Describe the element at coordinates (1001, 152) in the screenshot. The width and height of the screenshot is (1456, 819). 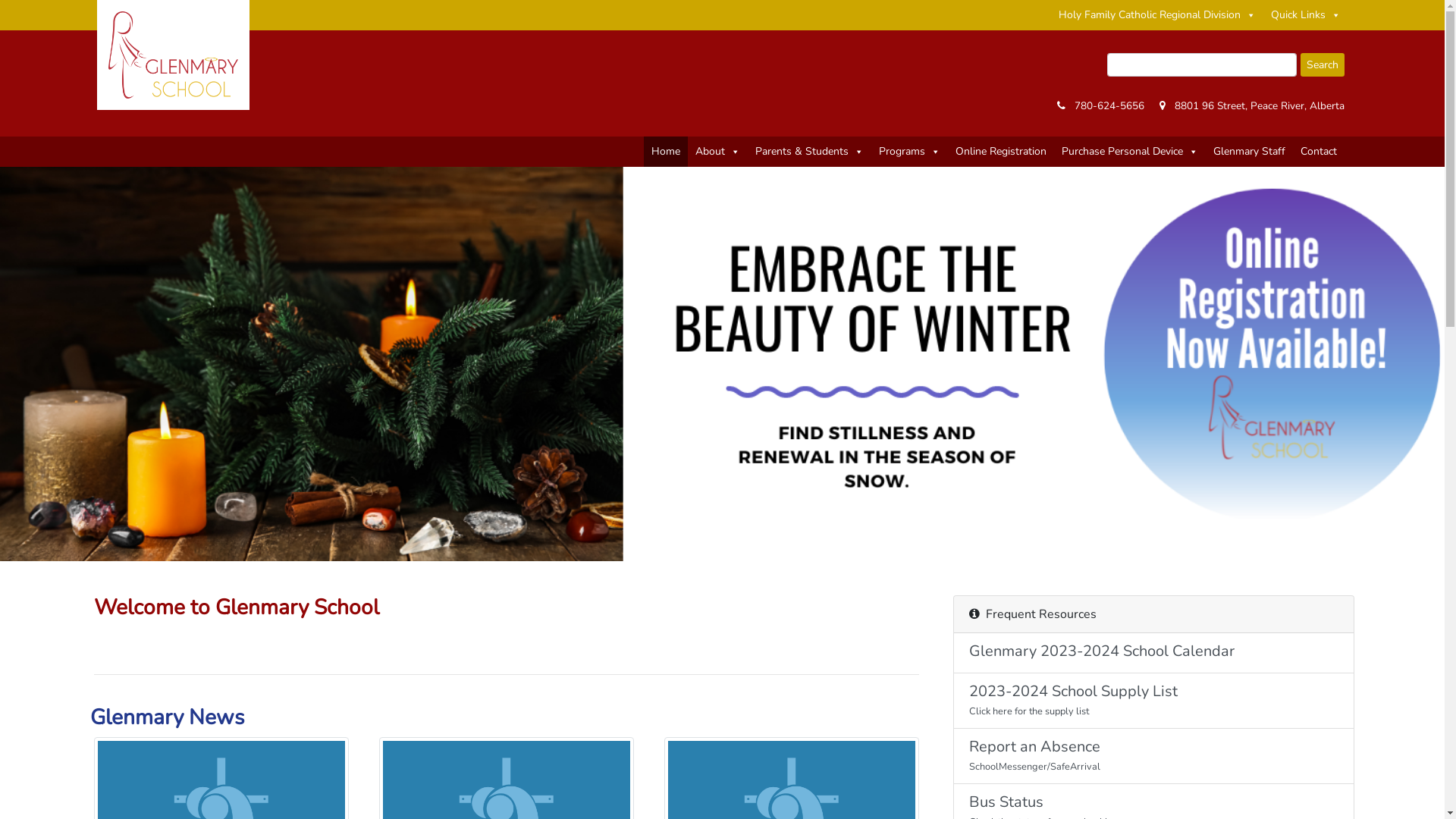
I see `'Online Registration'` at that location.